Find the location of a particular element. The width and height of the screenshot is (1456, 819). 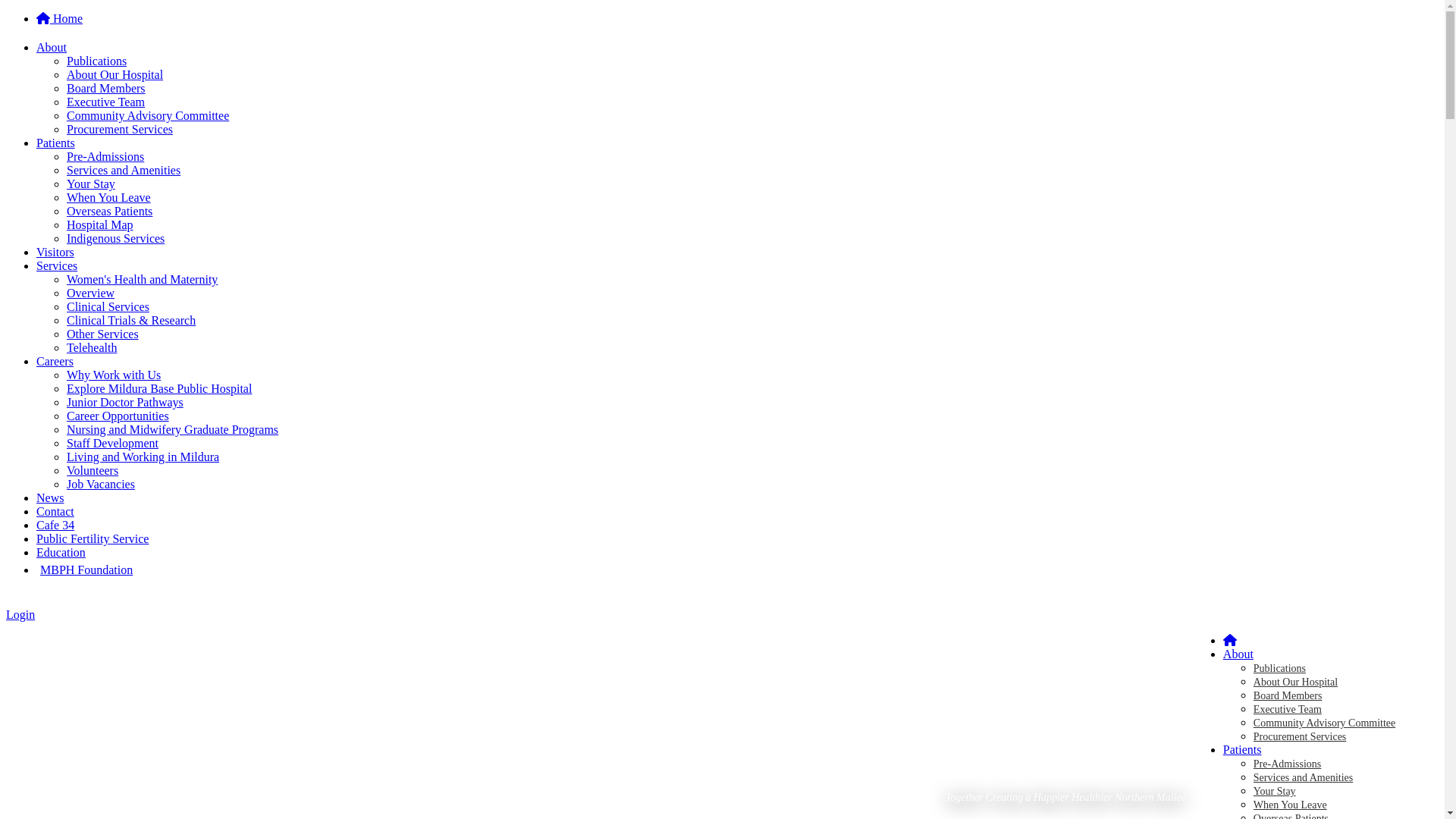

'Login' is located at coordinates (20, 614).